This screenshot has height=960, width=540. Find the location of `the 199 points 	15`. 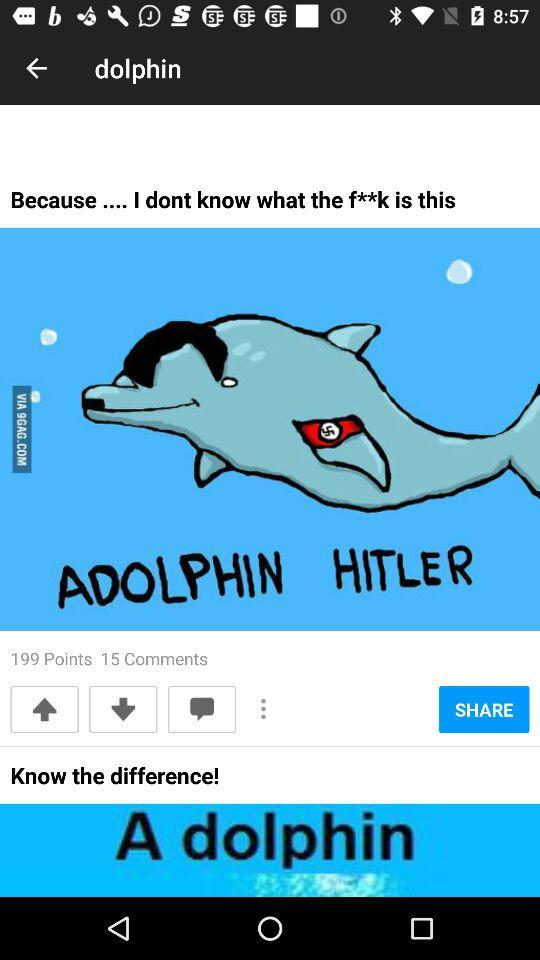

the 199 points 	15 is located at coordinates (109, 657).